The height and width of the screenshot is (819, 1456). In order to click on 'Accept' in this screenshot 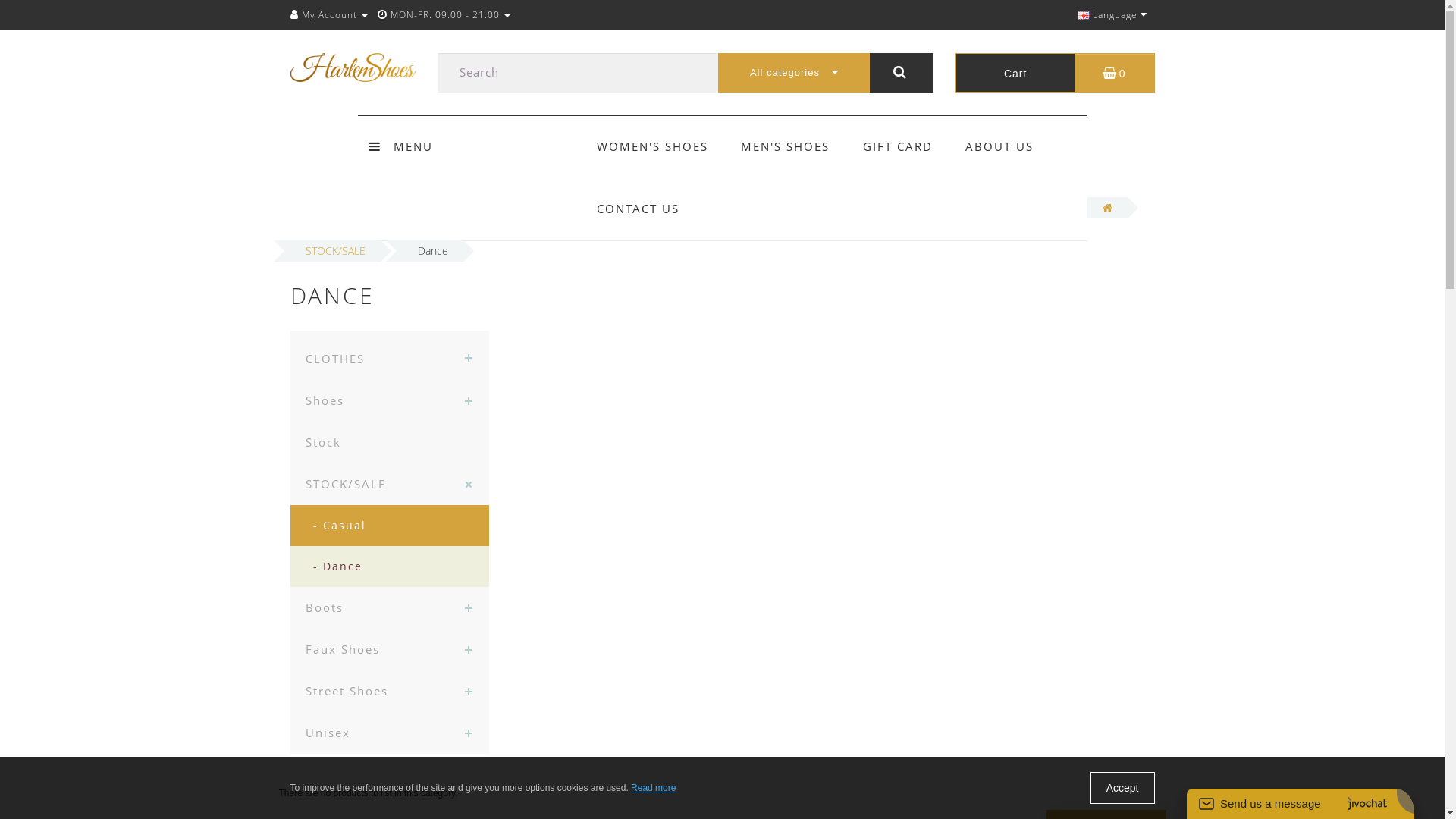, I will do `click(1122, 786)`.